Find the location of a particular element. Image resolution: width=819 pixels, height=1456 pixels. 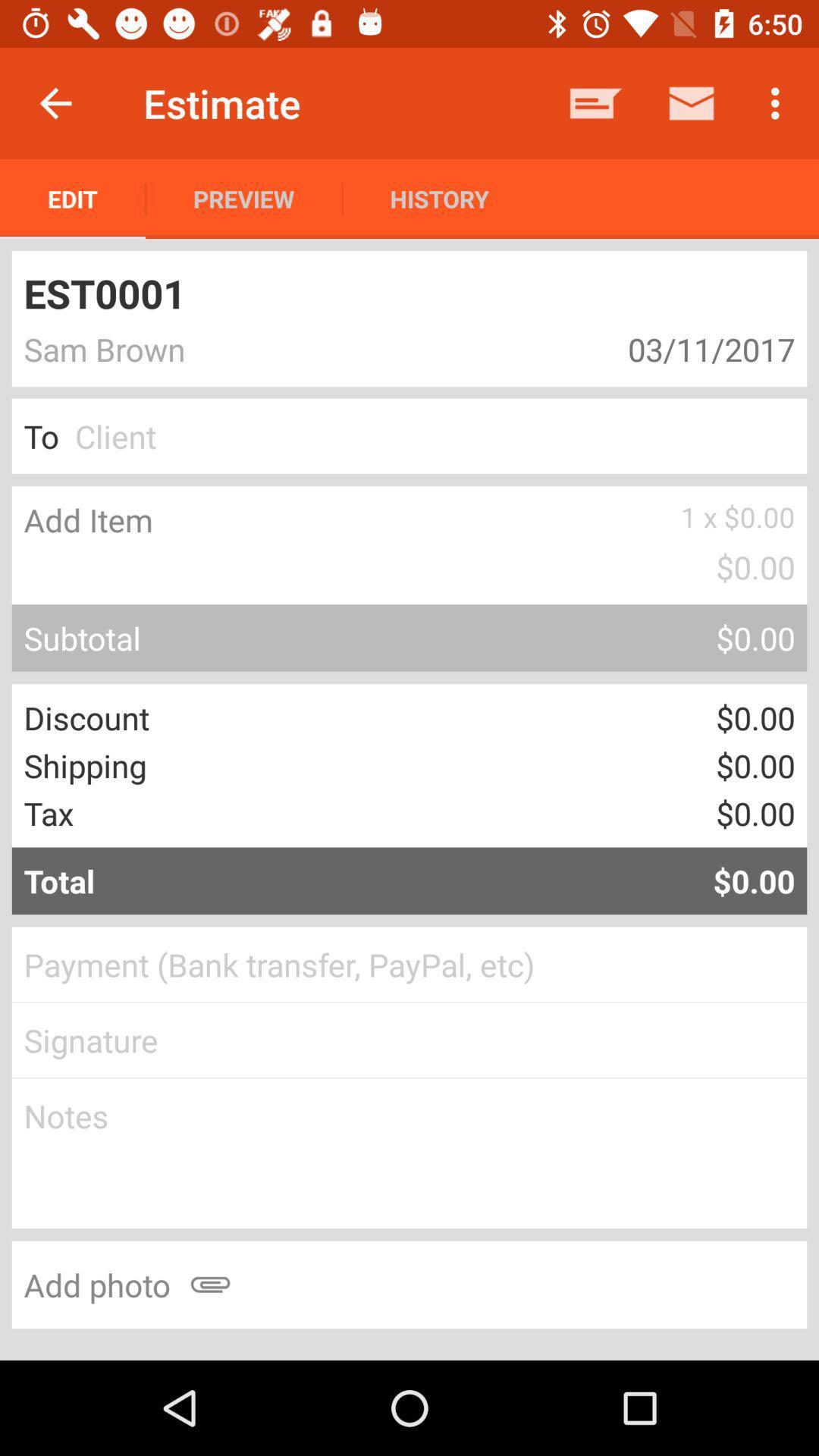

app to the left of preview is located at coordinates (73, 198).